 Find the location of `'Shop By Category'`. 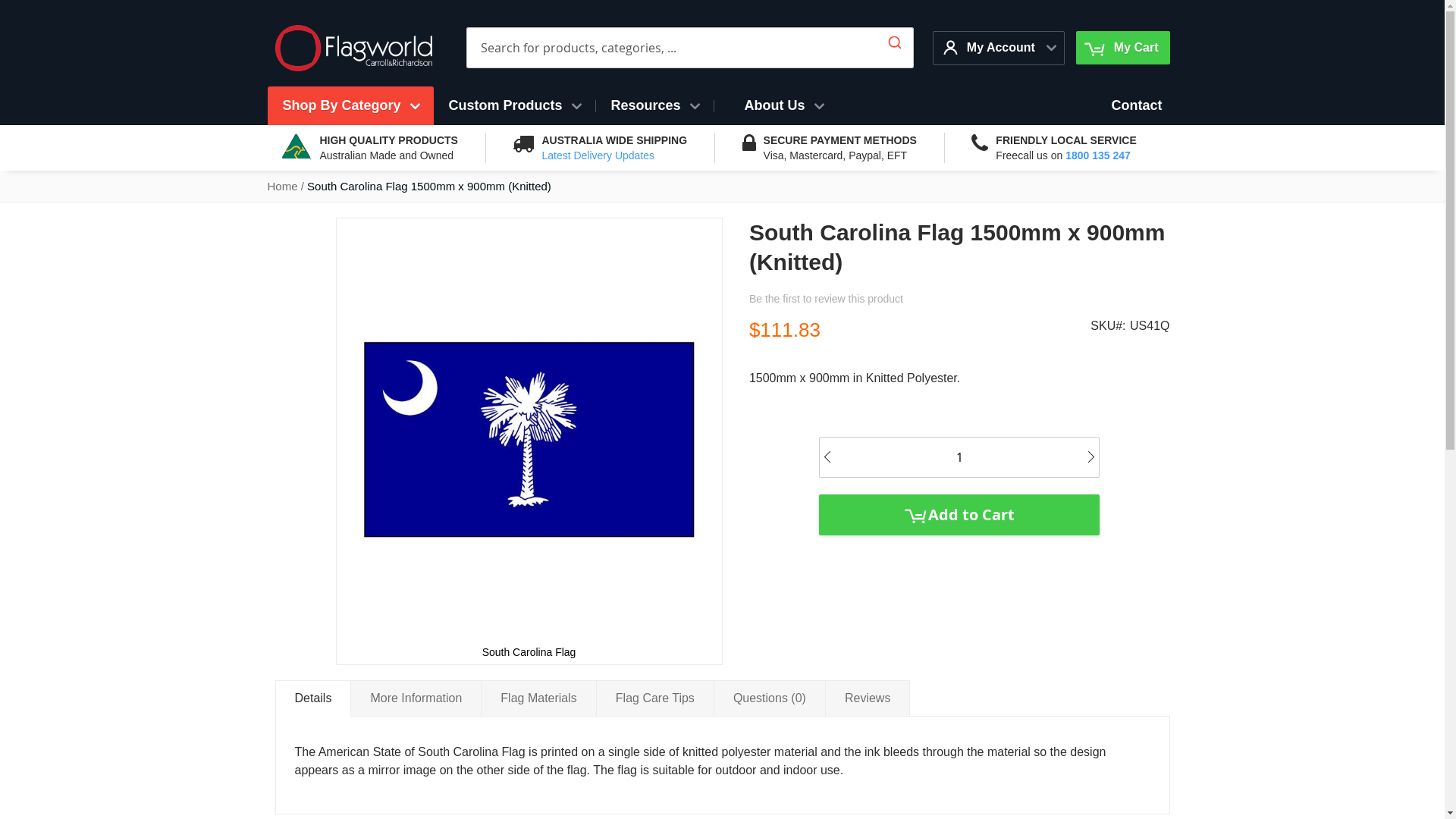

'Shop By Category' is located at coordinates (349, 105).